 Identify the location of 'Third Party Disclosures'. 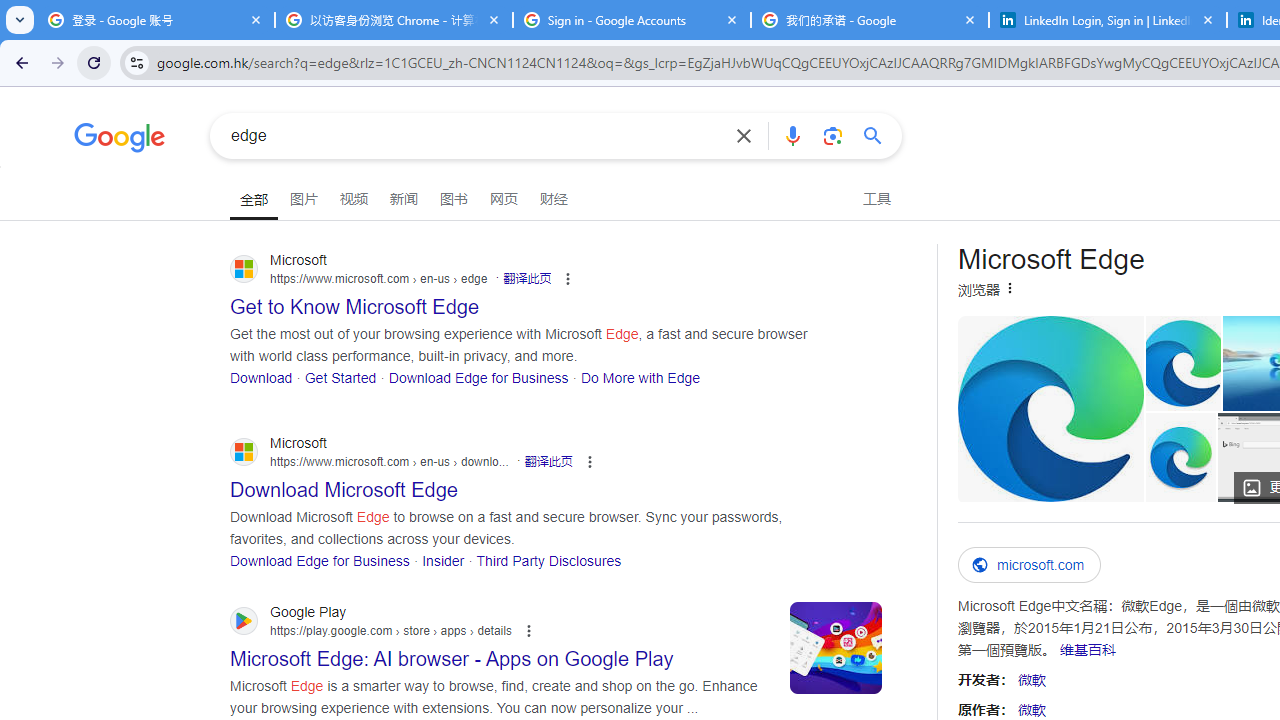
(549, 560).